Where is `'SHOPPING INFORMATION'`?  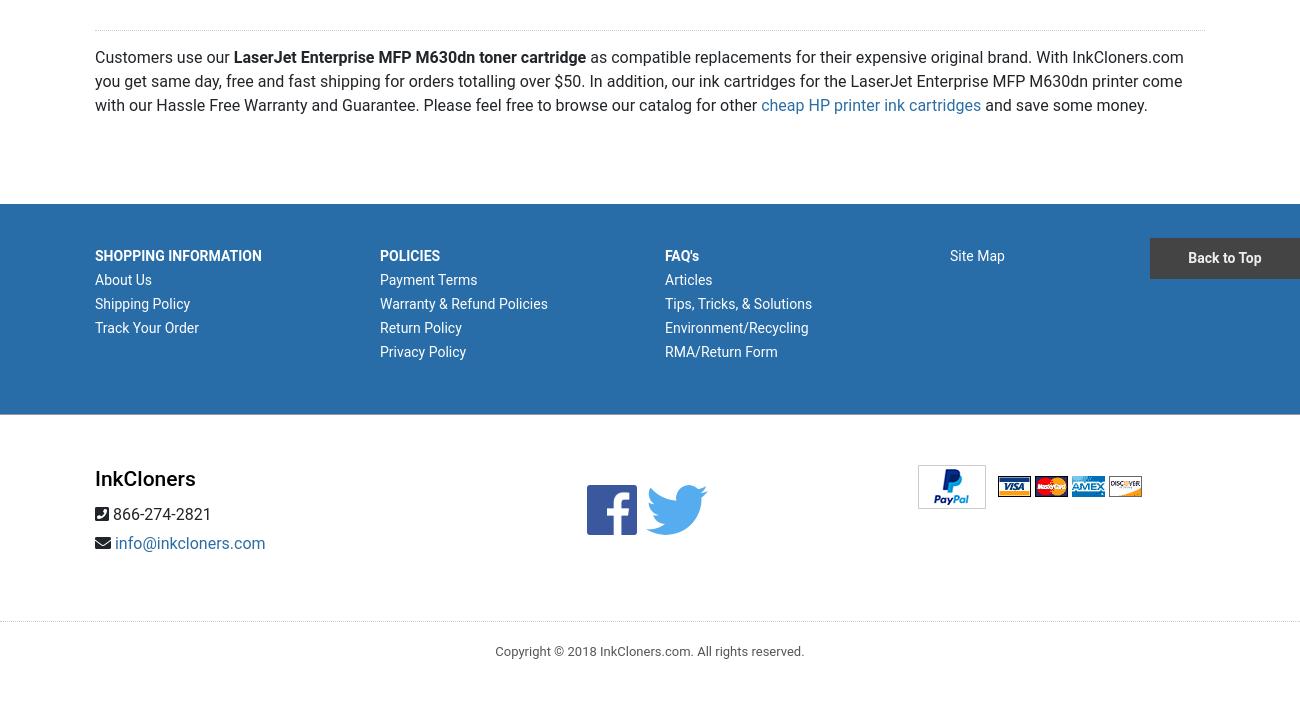
'SHOPPING INFORMATION' is located at coordinates (177, 255).